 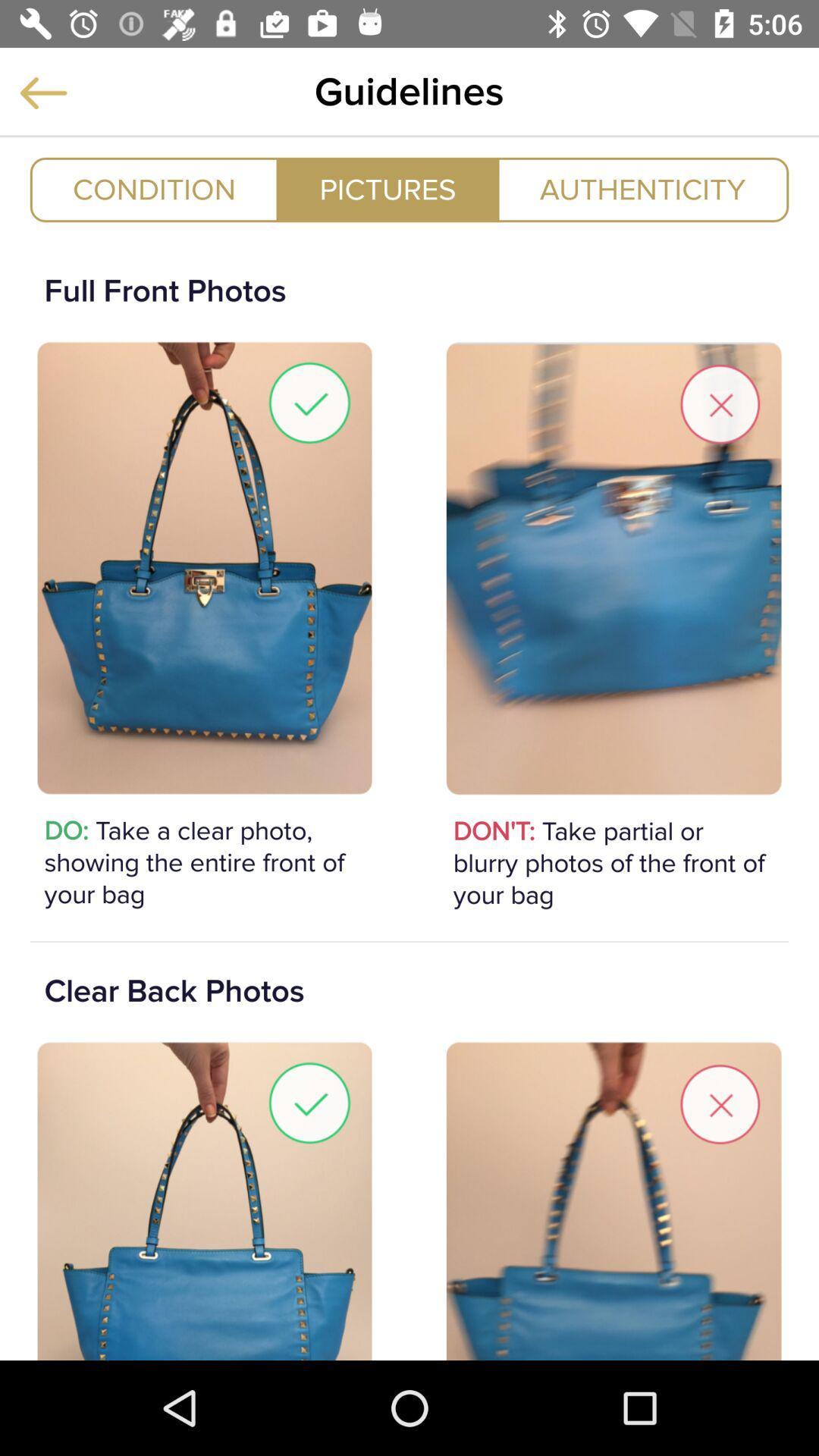 What do you see at coordinates (154, 189) in the screenshot?
I see `the condition item` at bounding box center [154, 189].